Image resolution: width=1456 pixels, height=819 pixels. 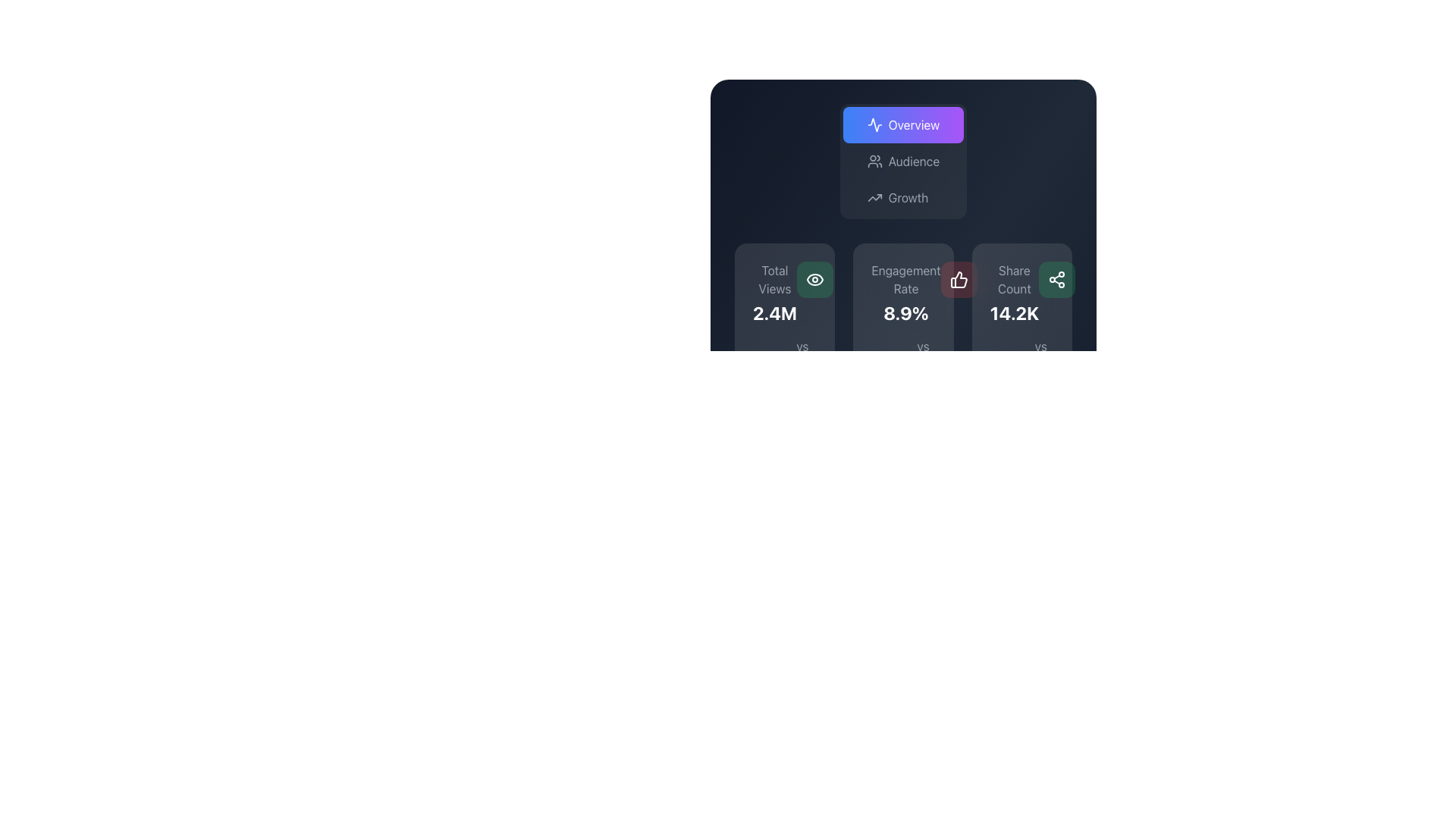 What do you see at coordinates (1014, 312) in the screenshot?
I see `the static text label displaying '14.2K', which is bold and white on a dark background, located below 'Share Count' in the rightmost column` at bounding box center [1014, 312].